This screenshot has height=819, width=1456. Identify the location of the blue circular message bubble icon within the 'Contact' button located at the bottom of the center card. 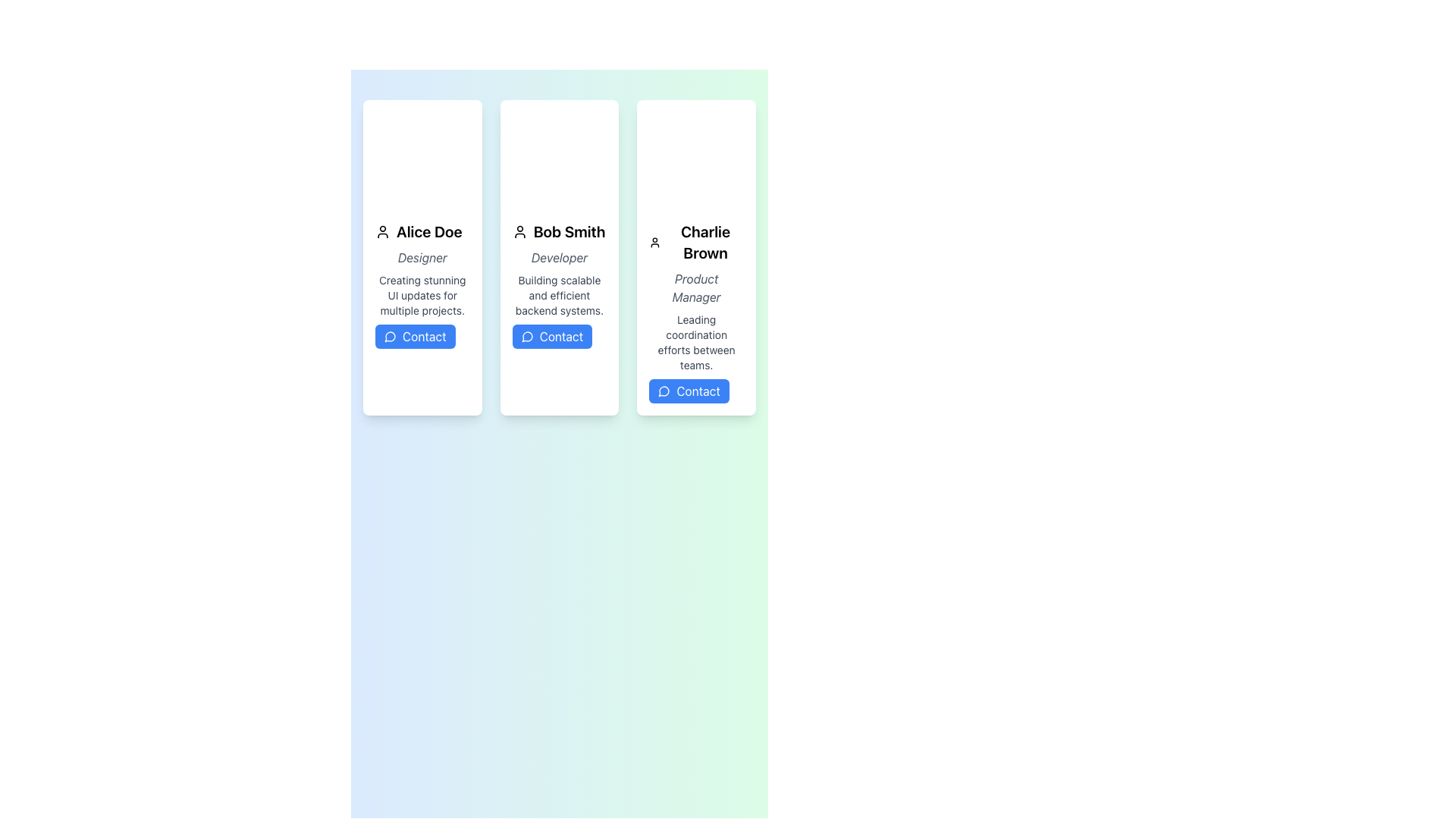
(527, 335).